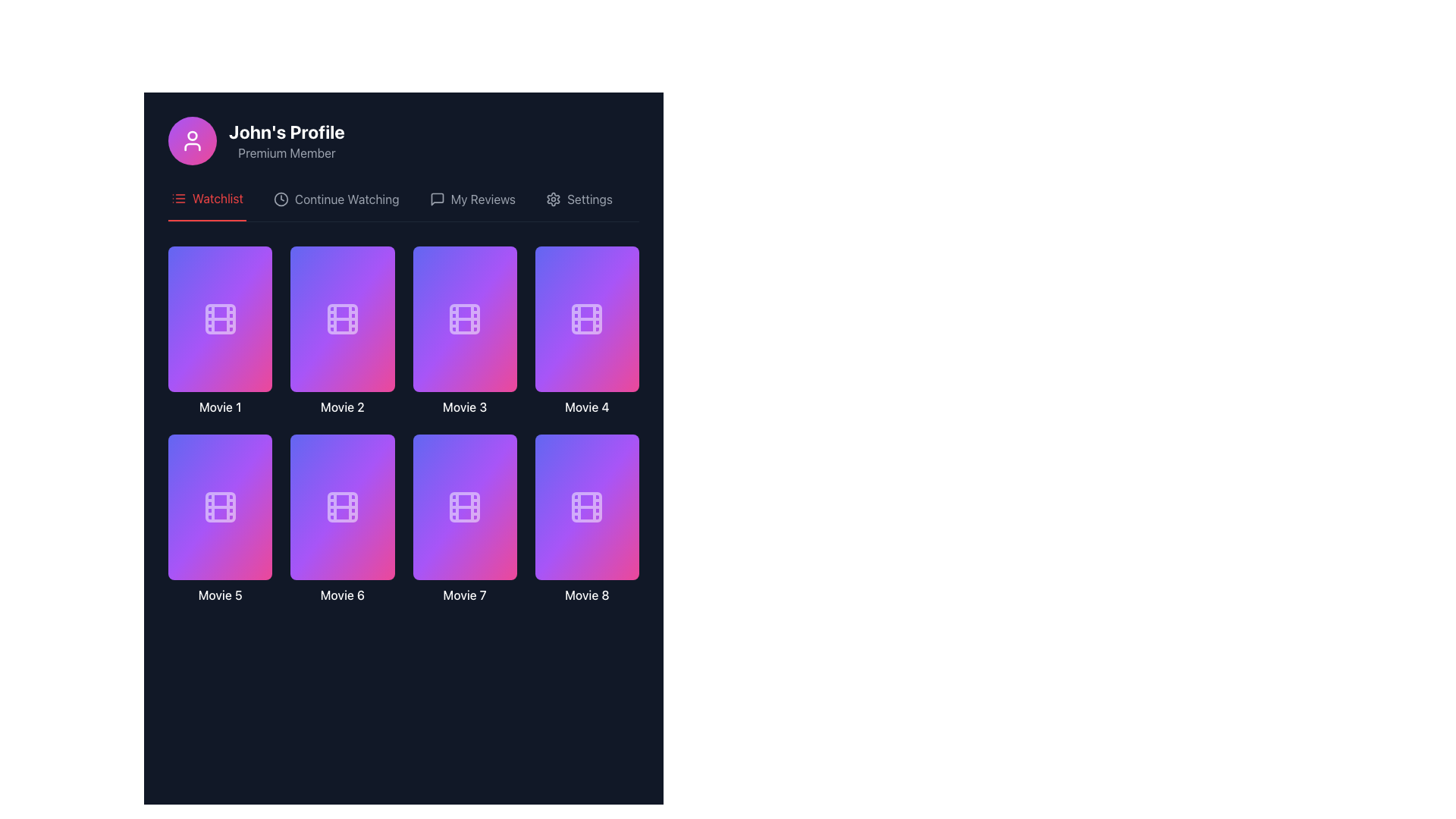  What do you see at coordinates (578, 205) in the screenshot?
I see `the 'Settings' navigation link, which includes a gear icon` at bounding box center [578, 205].